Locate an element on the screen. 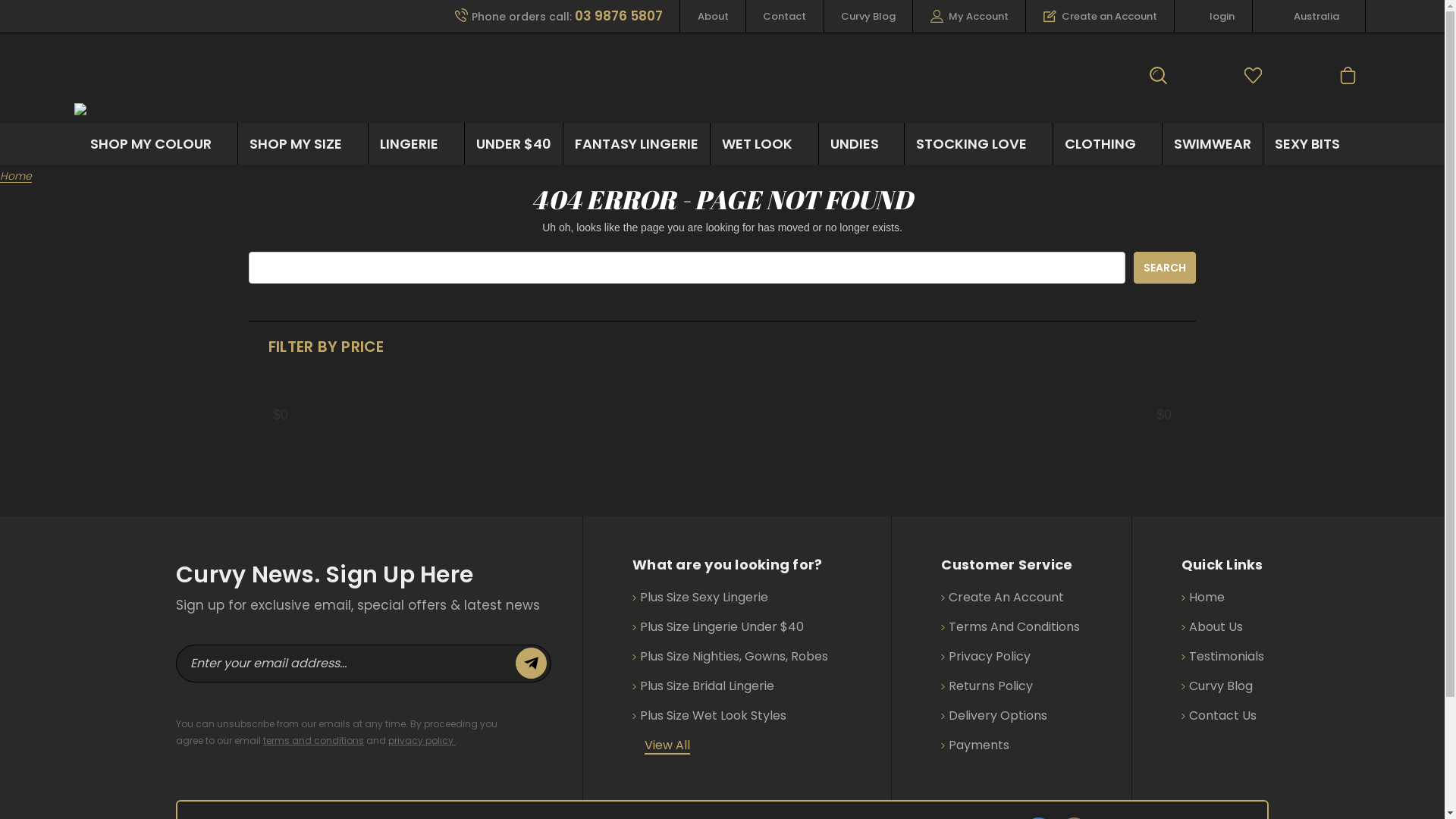 This screenshot has height=819, width=1456. 'Delivery Options' is located at coordinates (940, 716).